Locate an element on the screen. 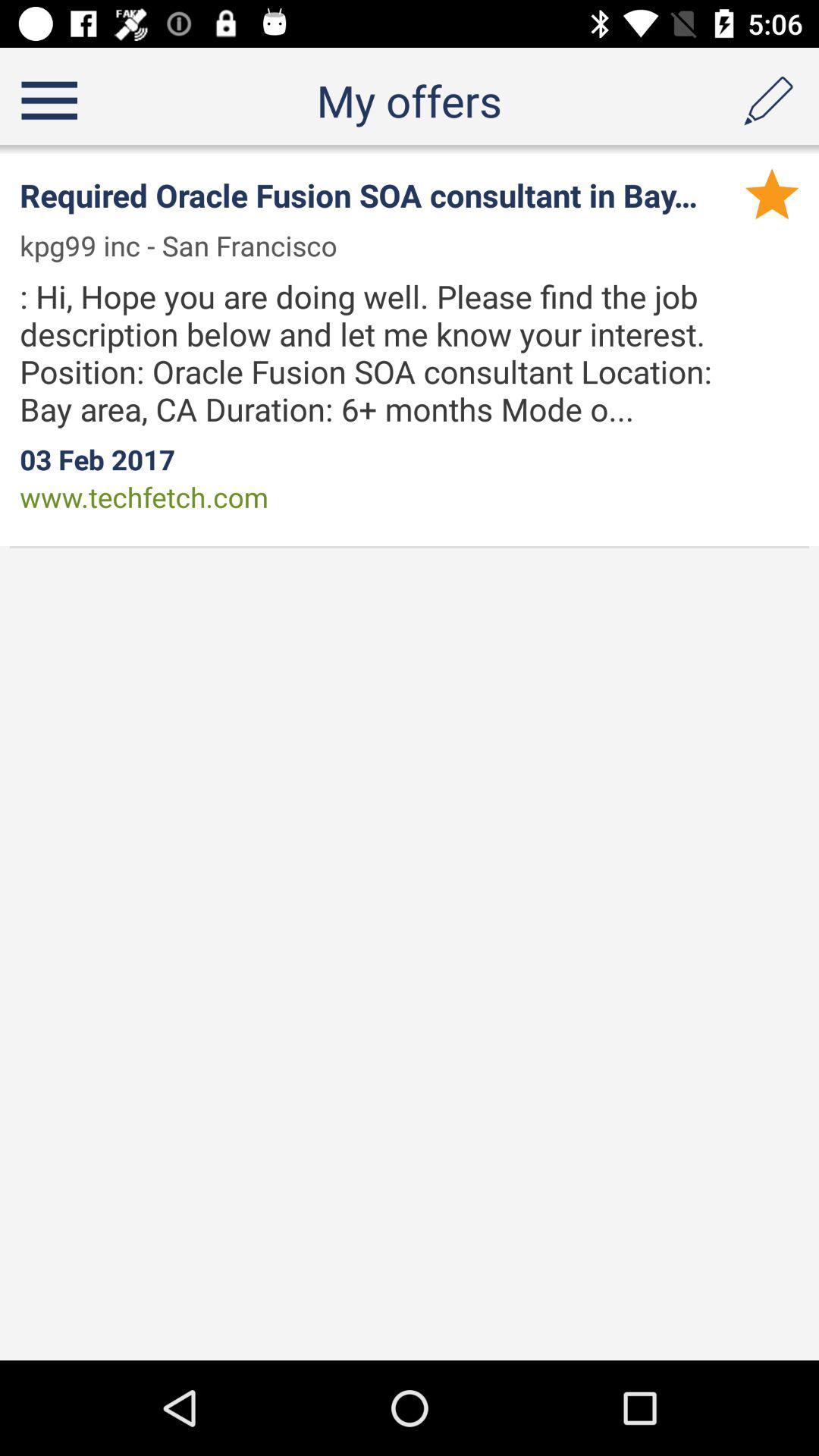 The height and width of the screenshot is (1456, 819). the item above hi hope you app is located at coordinates (187, 246).